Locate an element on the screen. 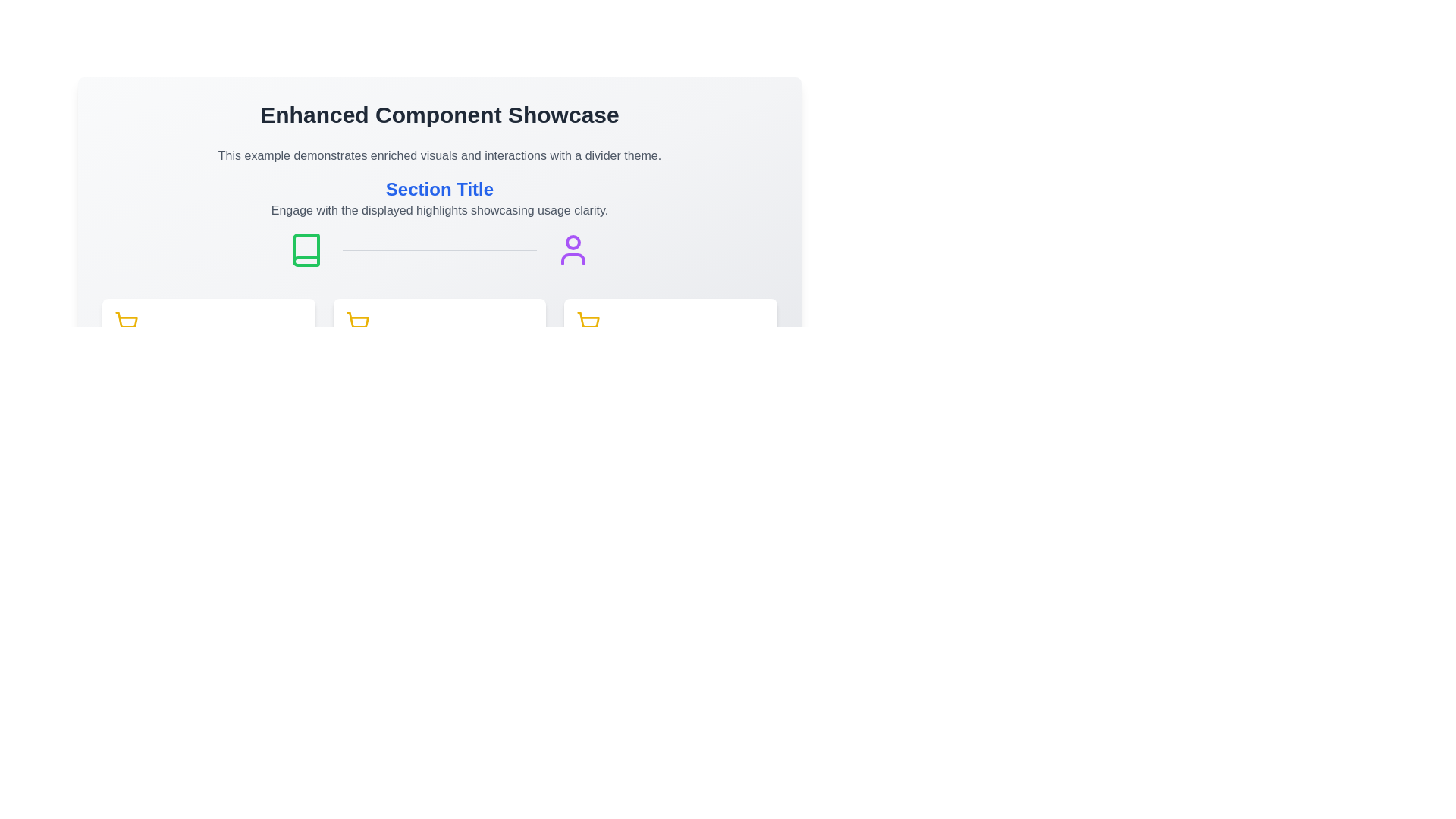  the user silhouette icon, which is styled in purple and located below the 'Section Title', as the third icon from the left in a horizontal arrangement is located at coordinates (572, 249).